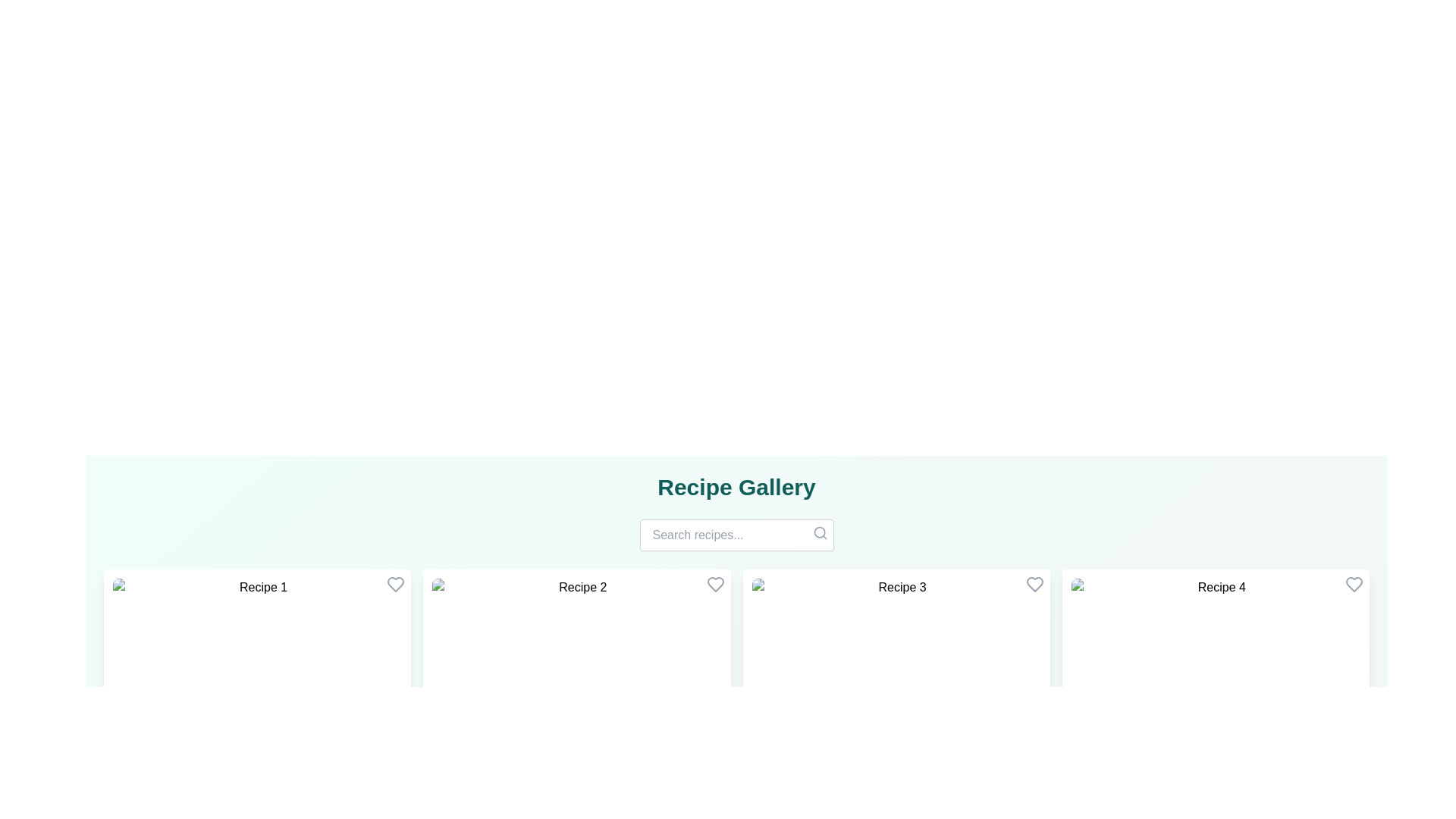 Image resolution: width=1456 pixels, height=819 pixels. Describe the element at coordinates (1034, 584) in the screenshot. I see `the non-interactive 'favorite' icon located at the top-right corner of the third recipe card` at that location.